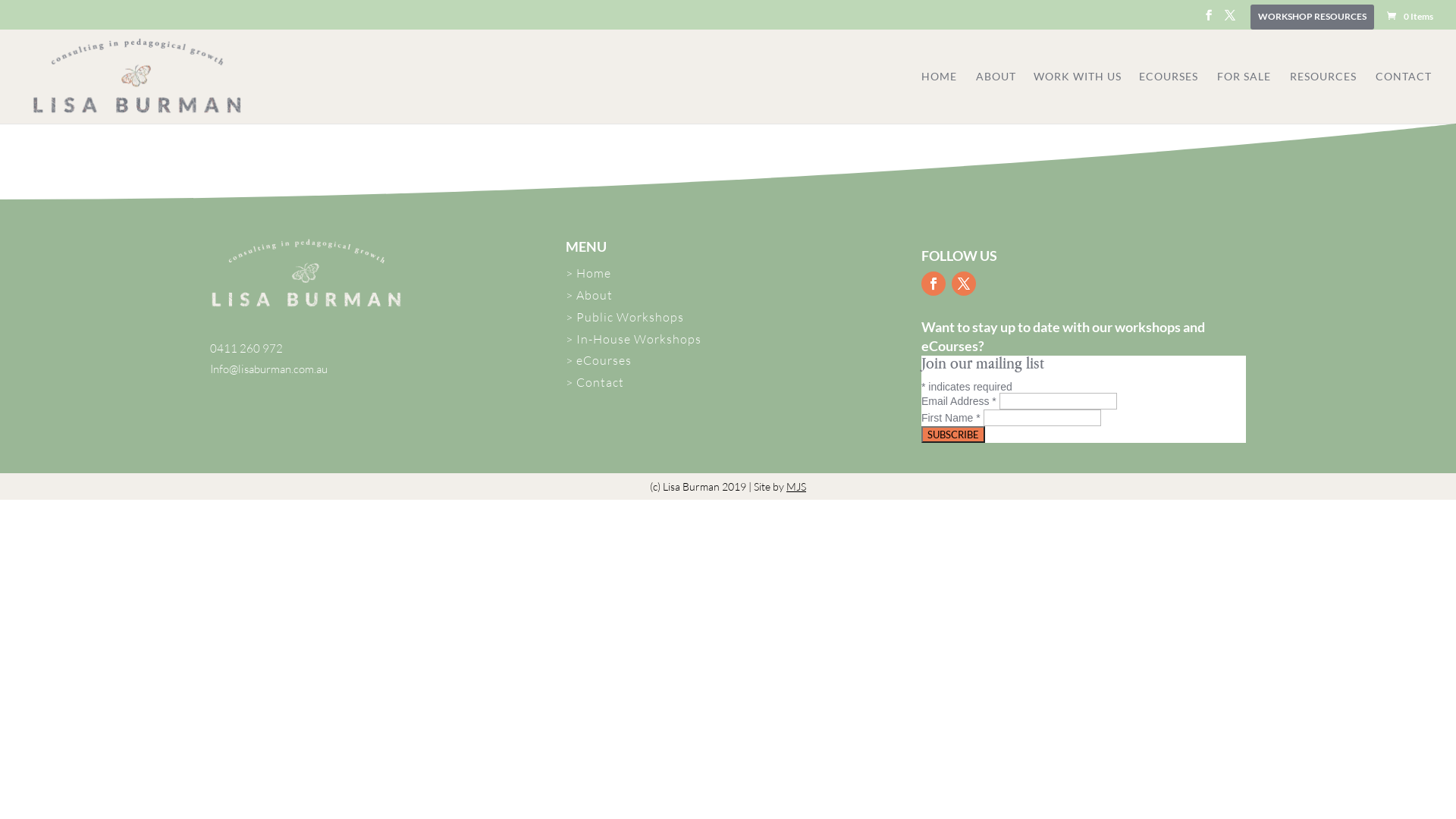 The height and width of the screenshot is (819, 1456). Describe the element at coordinates (938, 97) in the screenshot. I see `'HOME'` at that location.